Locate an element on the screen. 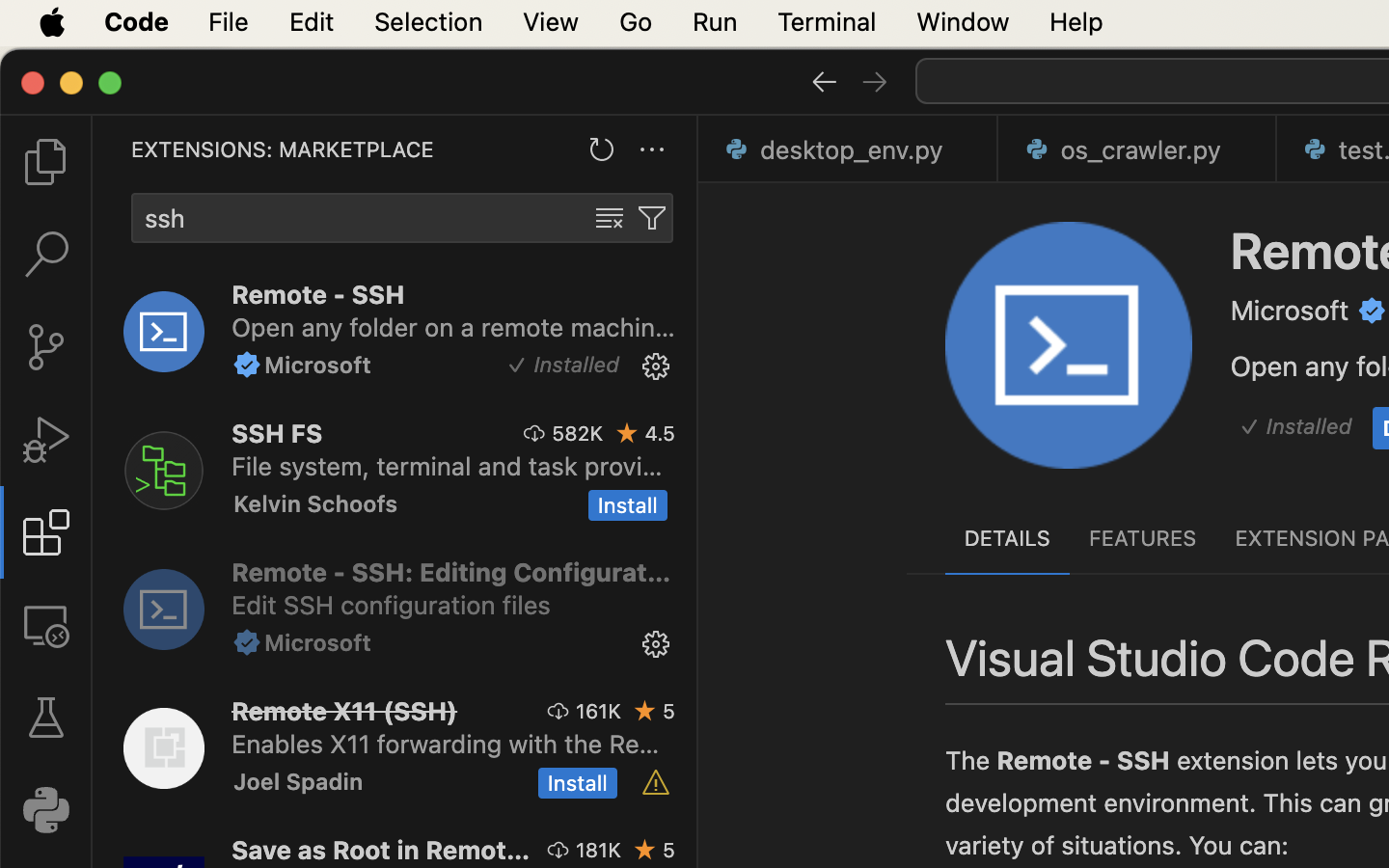 The width and height of the screenshot is (1389, 868). '' is located at coordinates (44, 439).